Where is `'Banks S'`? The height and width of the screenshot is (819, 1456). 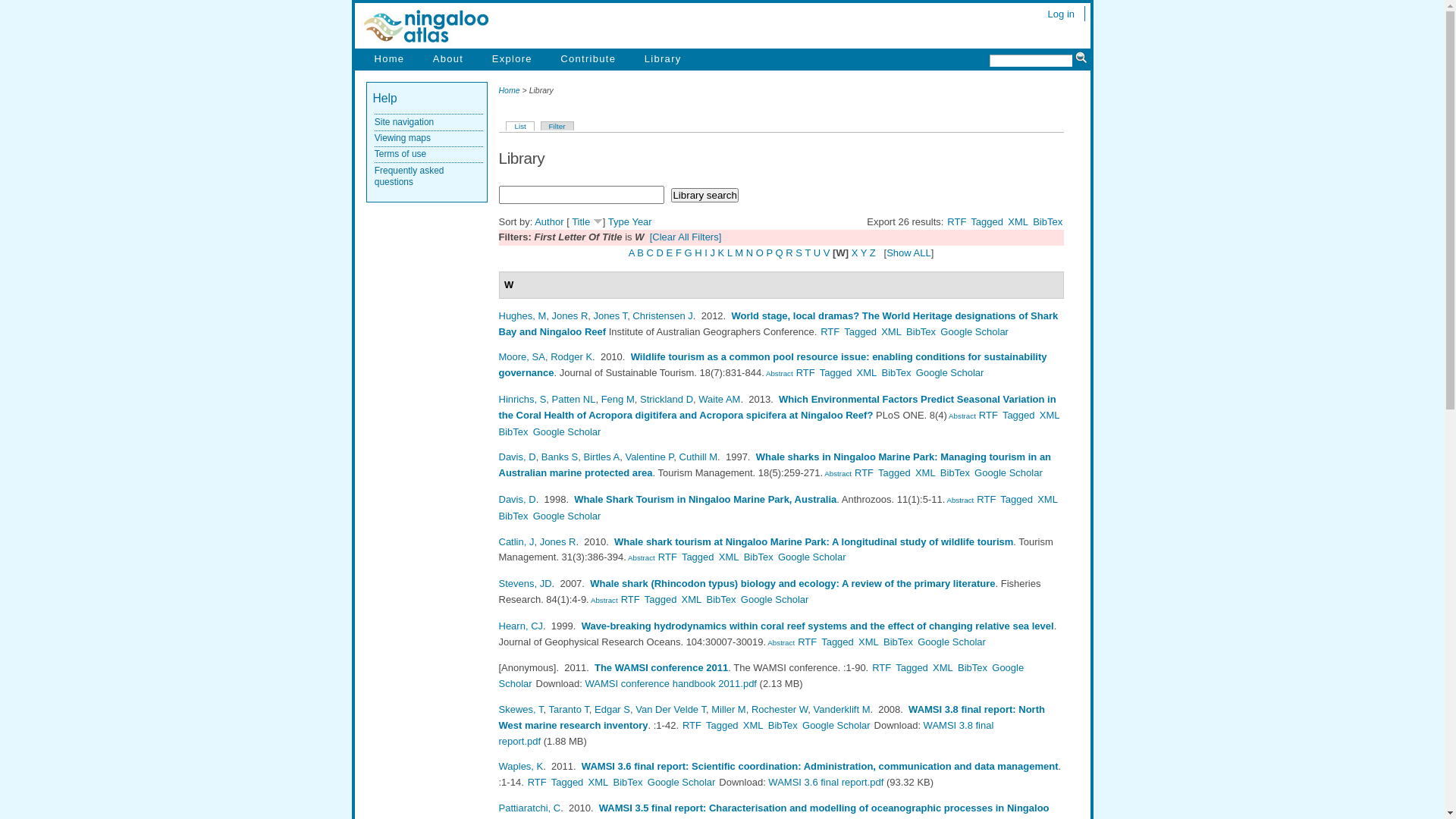 'Banks S' is located at coordinates (559, 456).